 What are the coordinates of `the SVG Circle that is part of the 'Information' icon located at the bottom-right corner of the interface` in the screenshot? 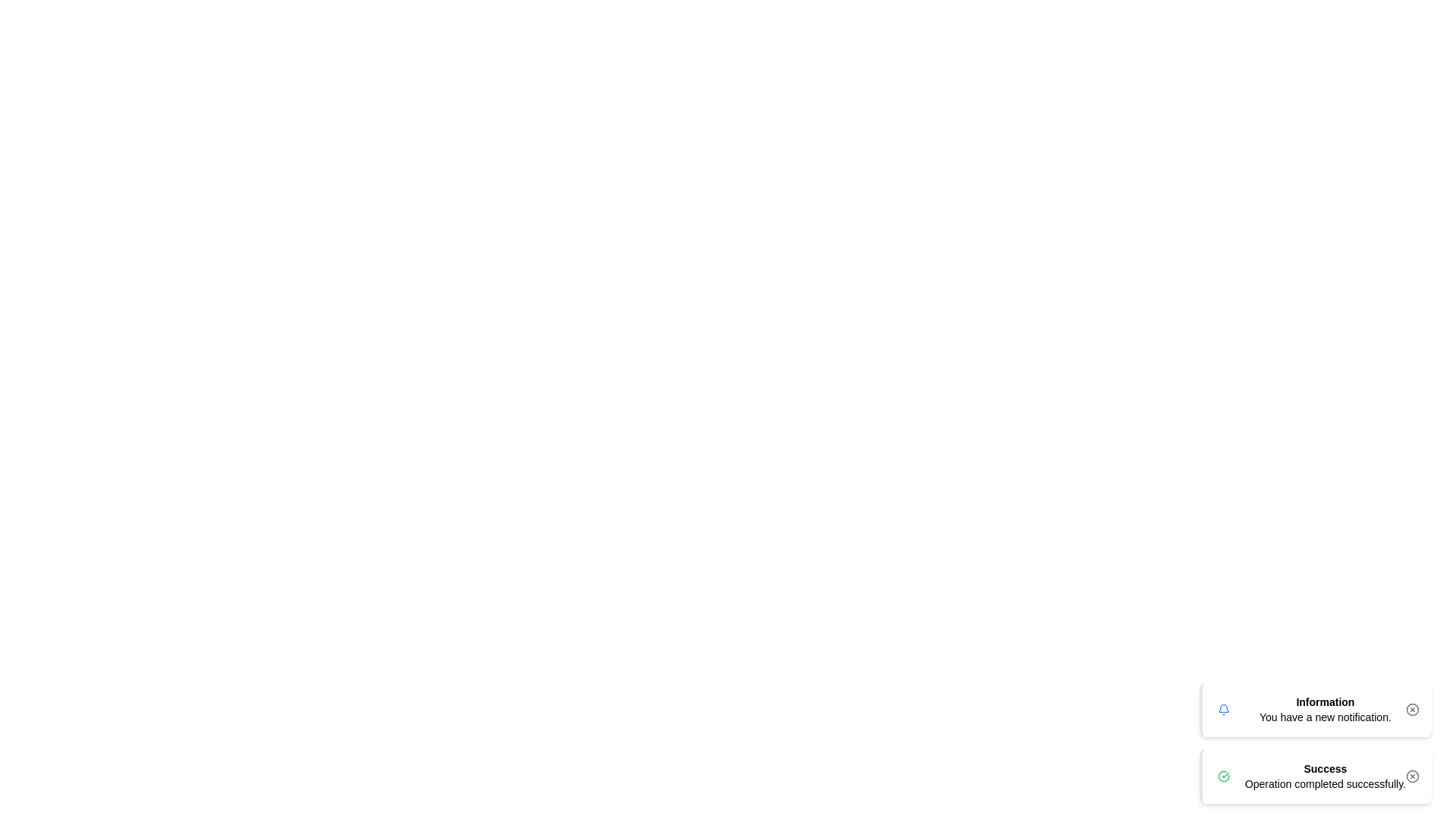 It's located at (1411, 710).